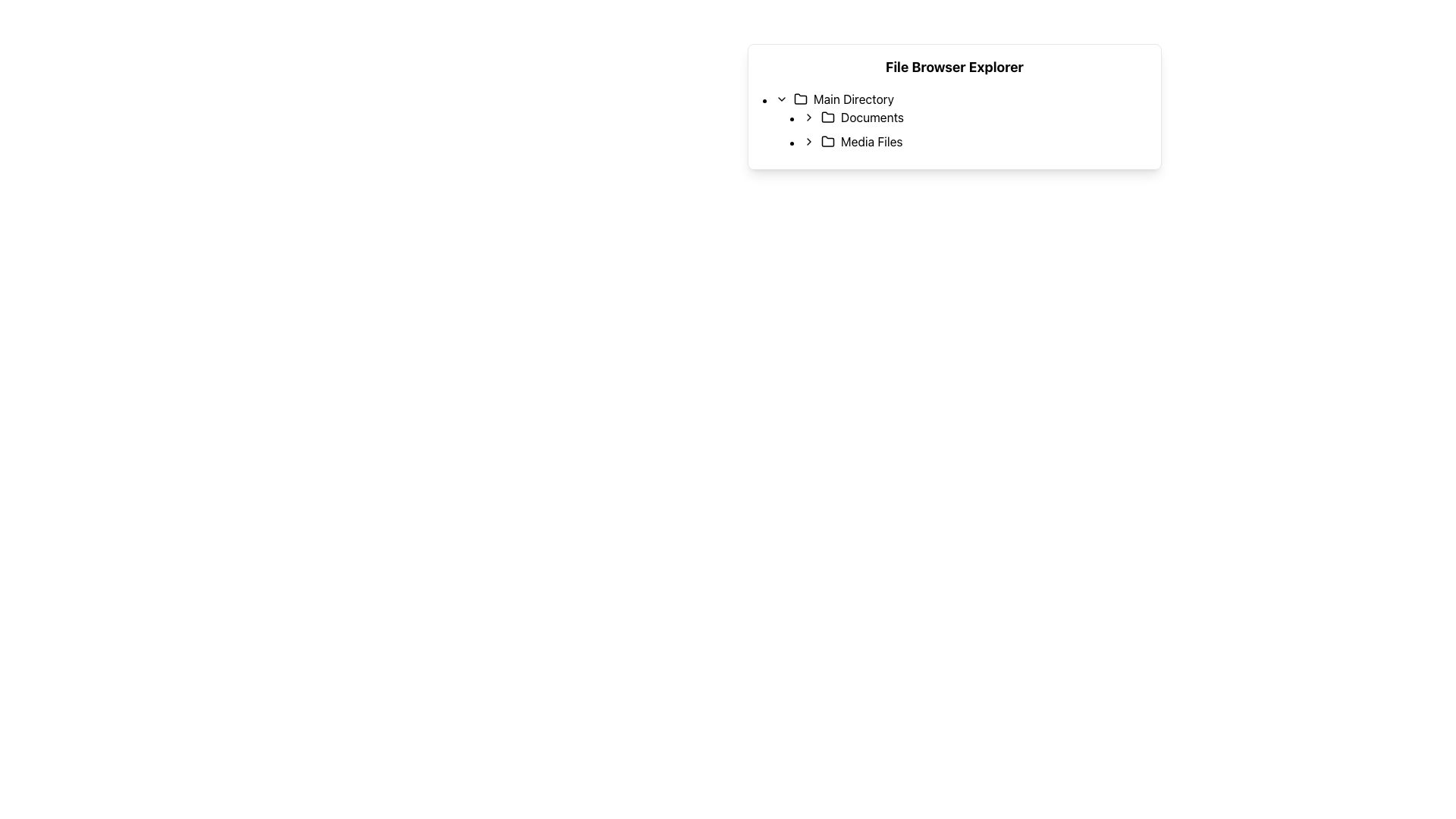 The height and width of the screenshot is (819, 1456). I want to click on the 'Media Files' text label located under the 'Documents' in the file navigation interface, so click(871, 141).